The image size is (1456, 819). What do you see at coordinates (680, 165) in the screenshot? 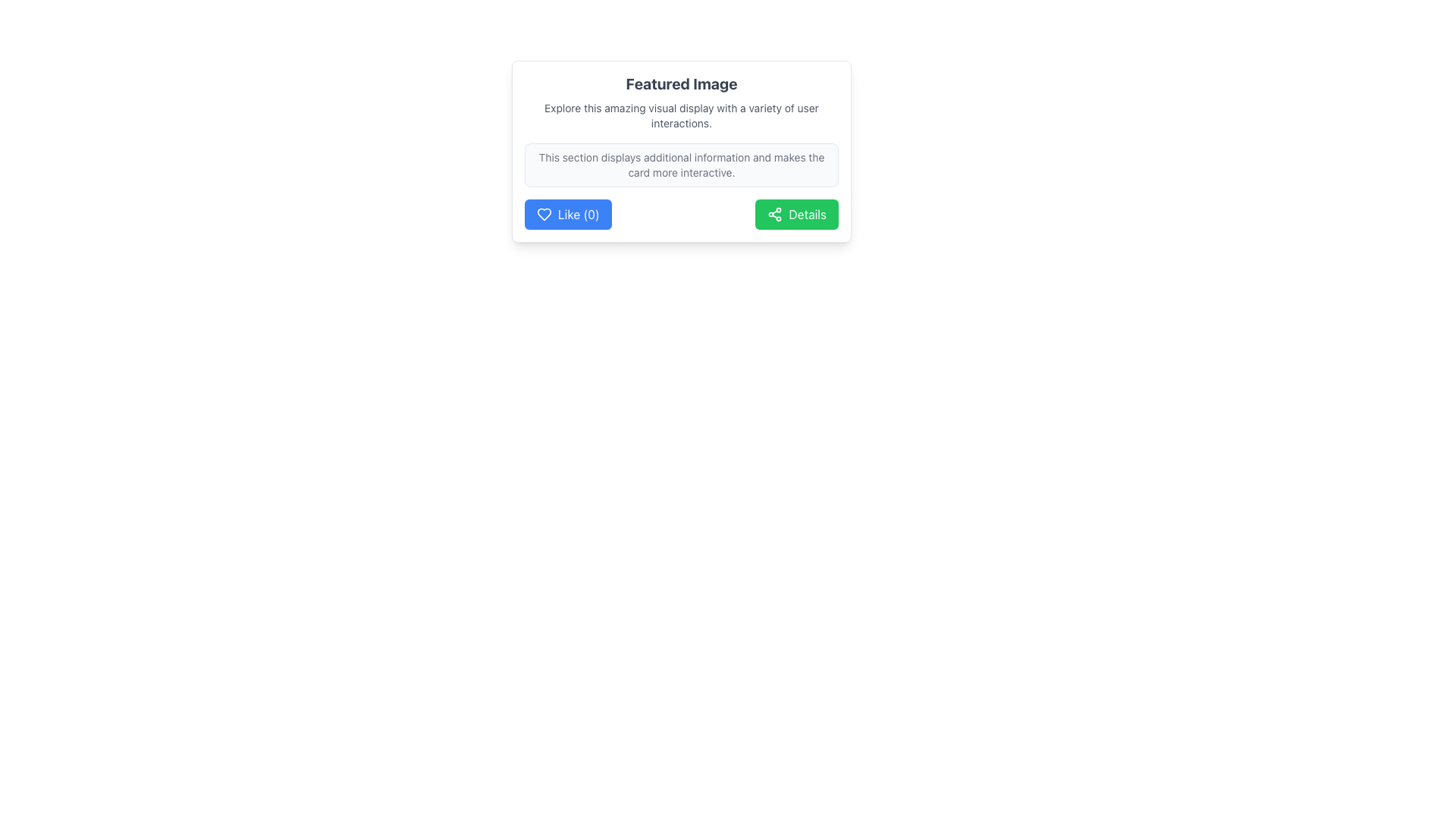
I see `the Informative text section, which is a rectangular area styled with a light gray background, slightly rounded corners, and a thin border, containing smaller grayish text, positioned above the 'Like (0)' and 'Details' buttons` at bounding box center [680, 165].